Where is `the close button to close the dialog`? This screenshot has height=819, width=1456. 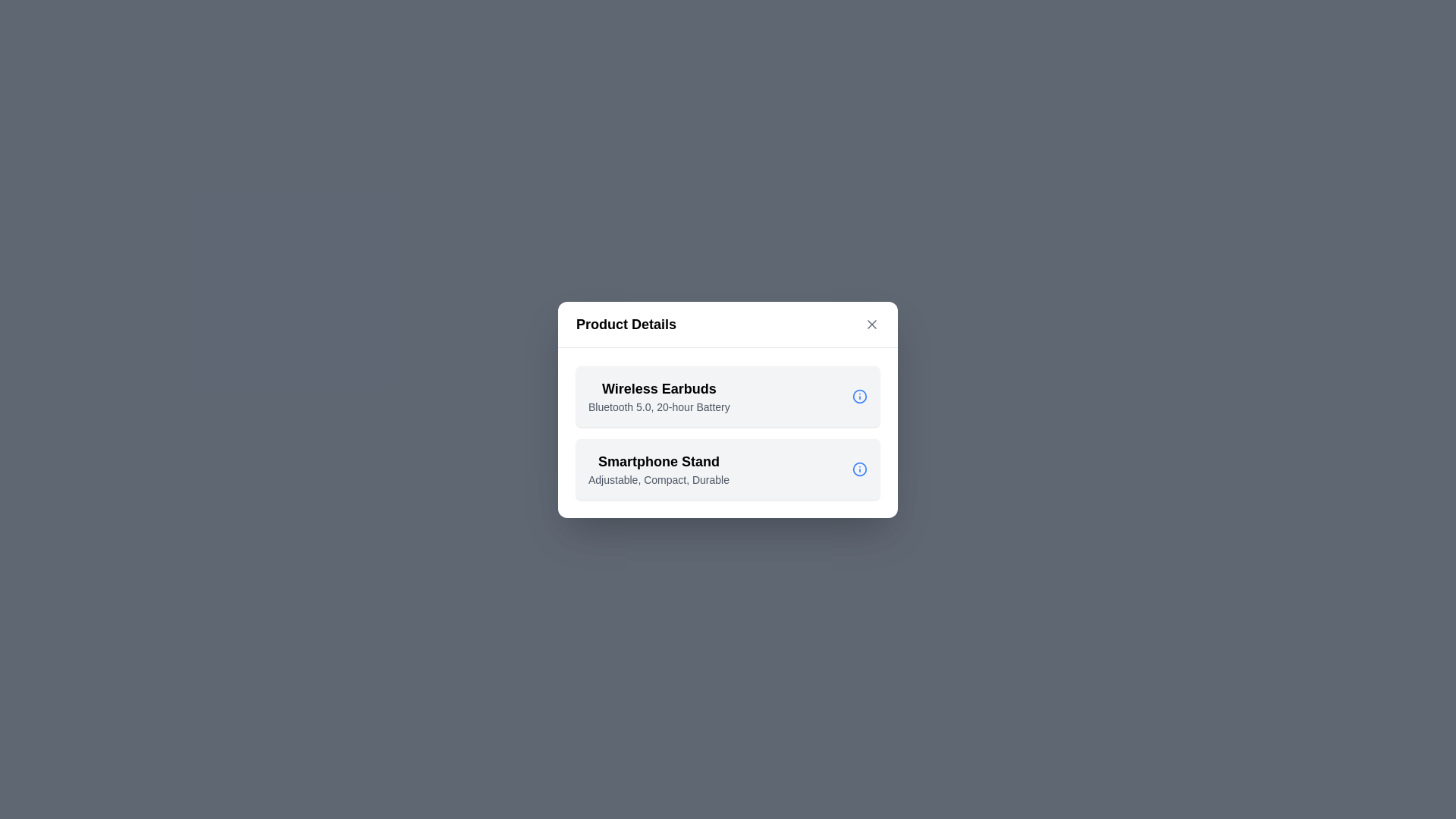
the close button to close the dialog is located at coordinates (872, 323).